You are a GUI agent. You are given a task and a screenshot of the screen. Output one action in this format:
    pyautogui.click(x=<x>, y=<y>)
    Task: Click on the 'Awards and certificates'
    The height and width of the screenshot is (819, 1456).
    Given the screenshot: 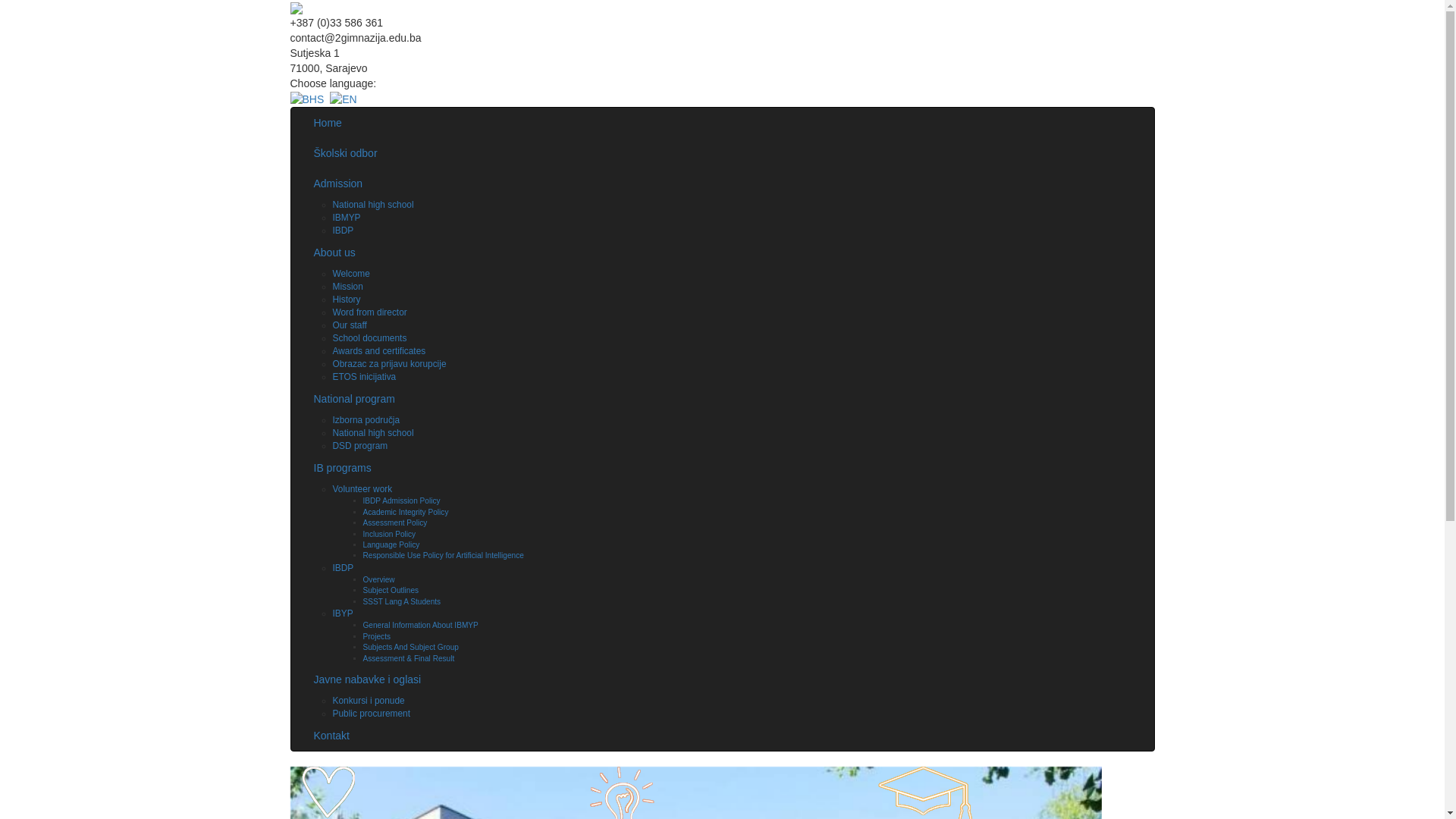 What is the action you would take?
    pyautogui.click(x=378, y=350)
    